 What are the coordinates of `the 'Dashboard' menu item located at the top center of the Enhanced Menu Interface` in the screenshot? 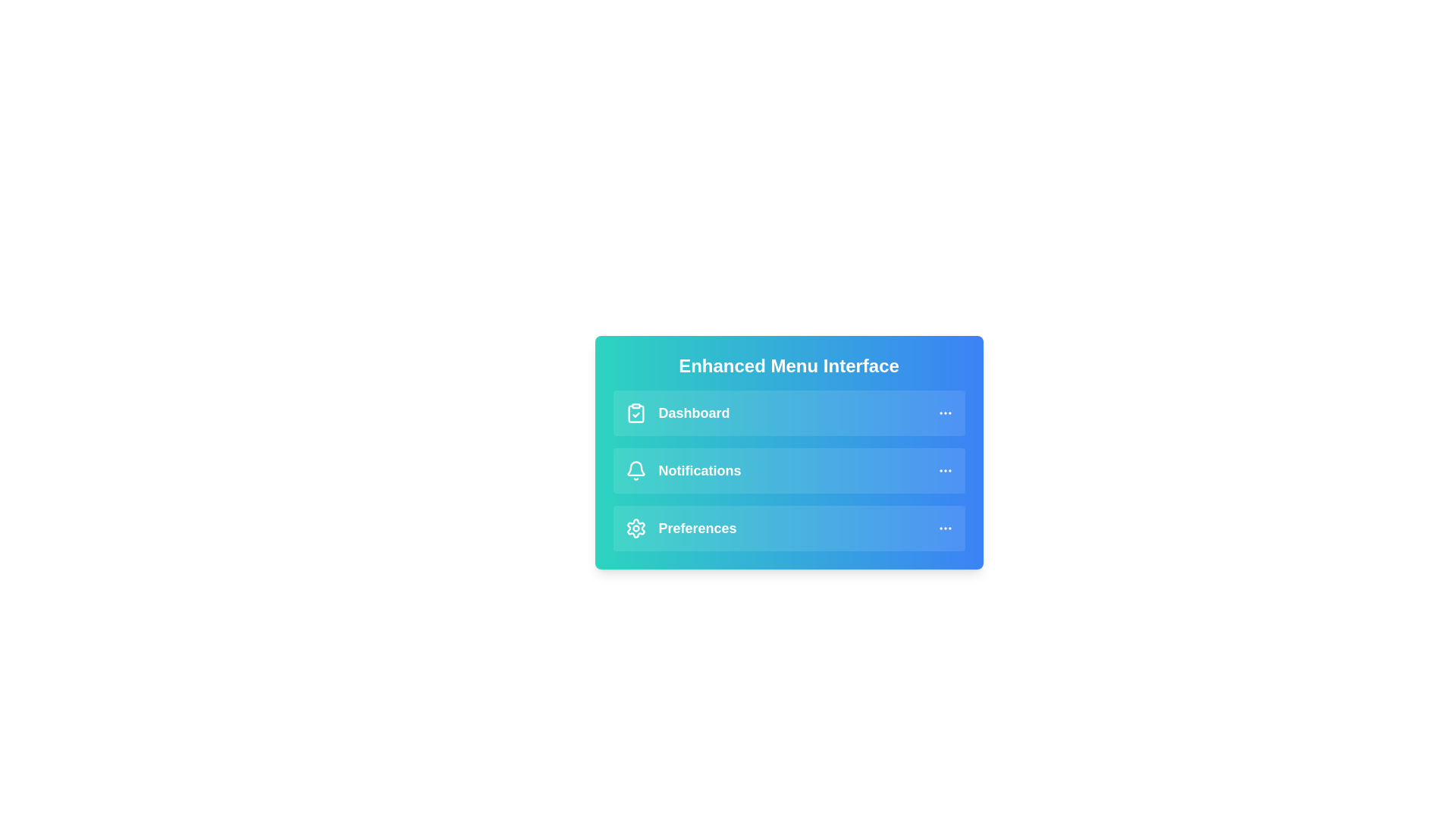 It's located at (789, 413).